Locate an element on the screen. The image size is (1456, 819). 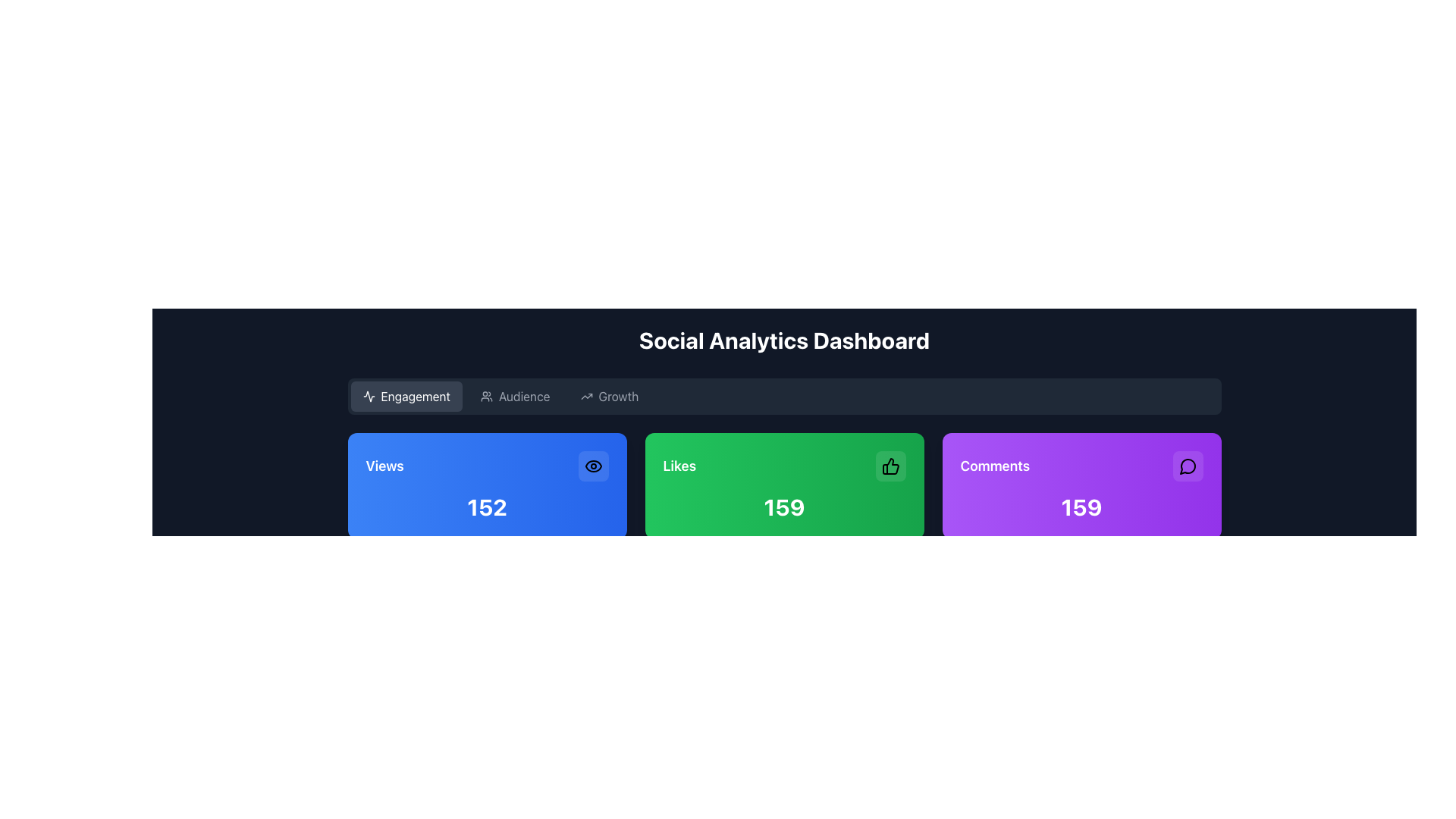
the 'Audience' button, which is a rectangular button with two user profile icons on the left, located between the 'Engagement' and 'Growth' buttons is located at coordinates (515, 396).